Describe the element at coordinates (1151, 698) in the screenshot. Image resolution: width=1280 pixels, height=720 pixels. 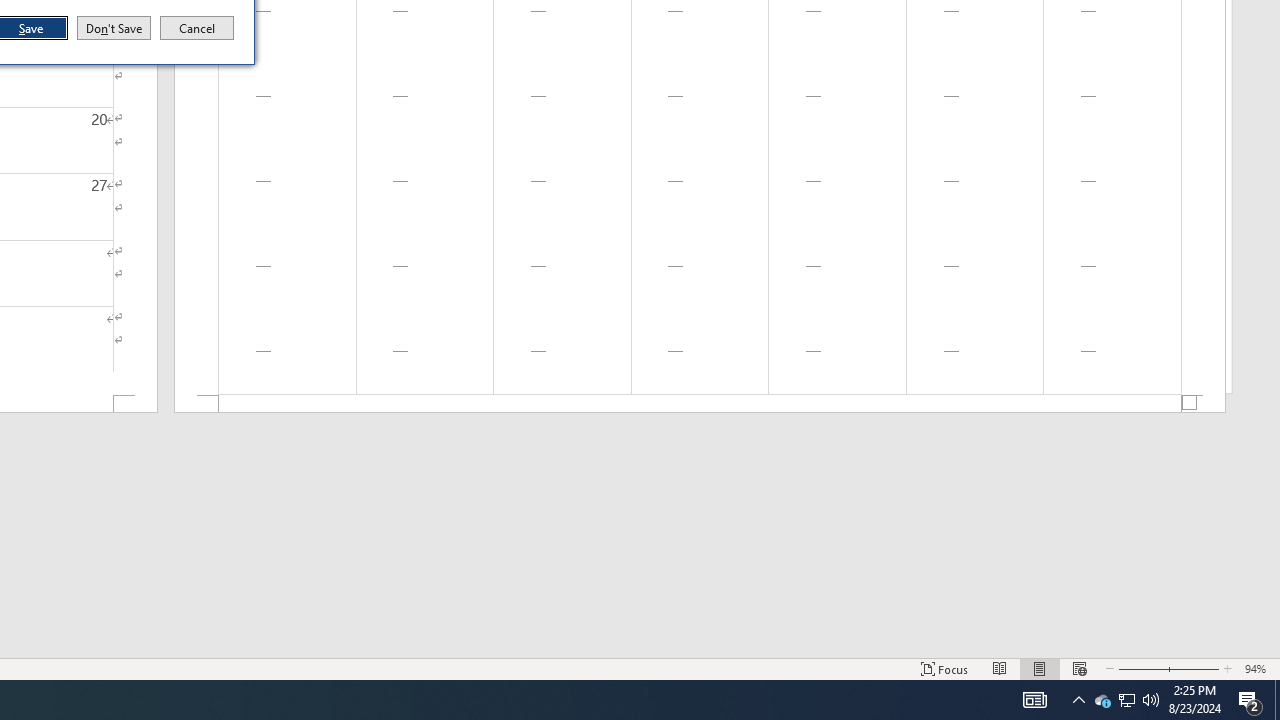
I see `'Q2790: 100%'` at that location.